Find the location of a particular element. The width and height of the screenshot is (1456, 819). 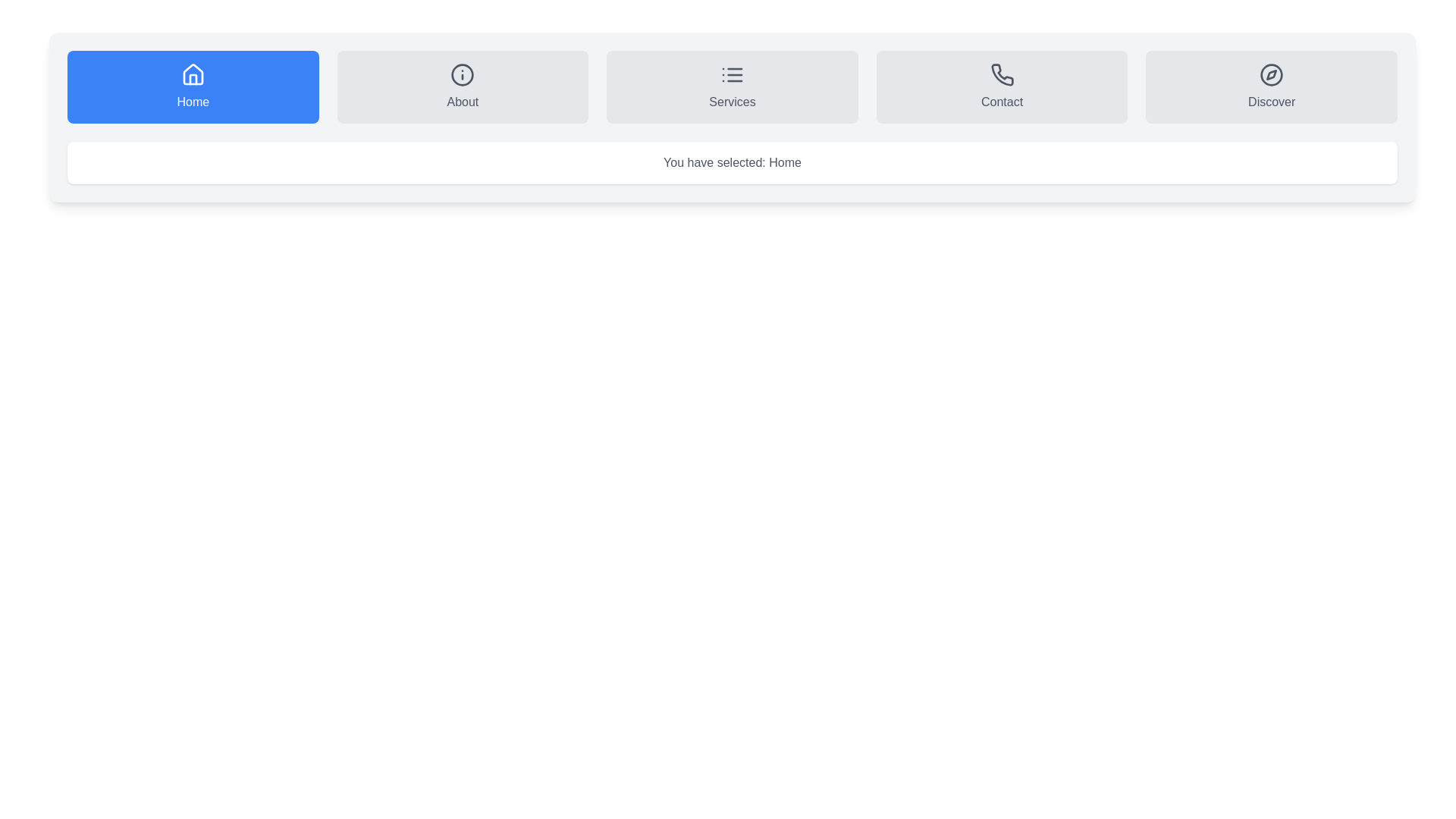

the 'Home' button, which is a blue rectangular button with rounded corners, featuring a house icon and the text 'Home' below it is located at coordinates (192, 87).